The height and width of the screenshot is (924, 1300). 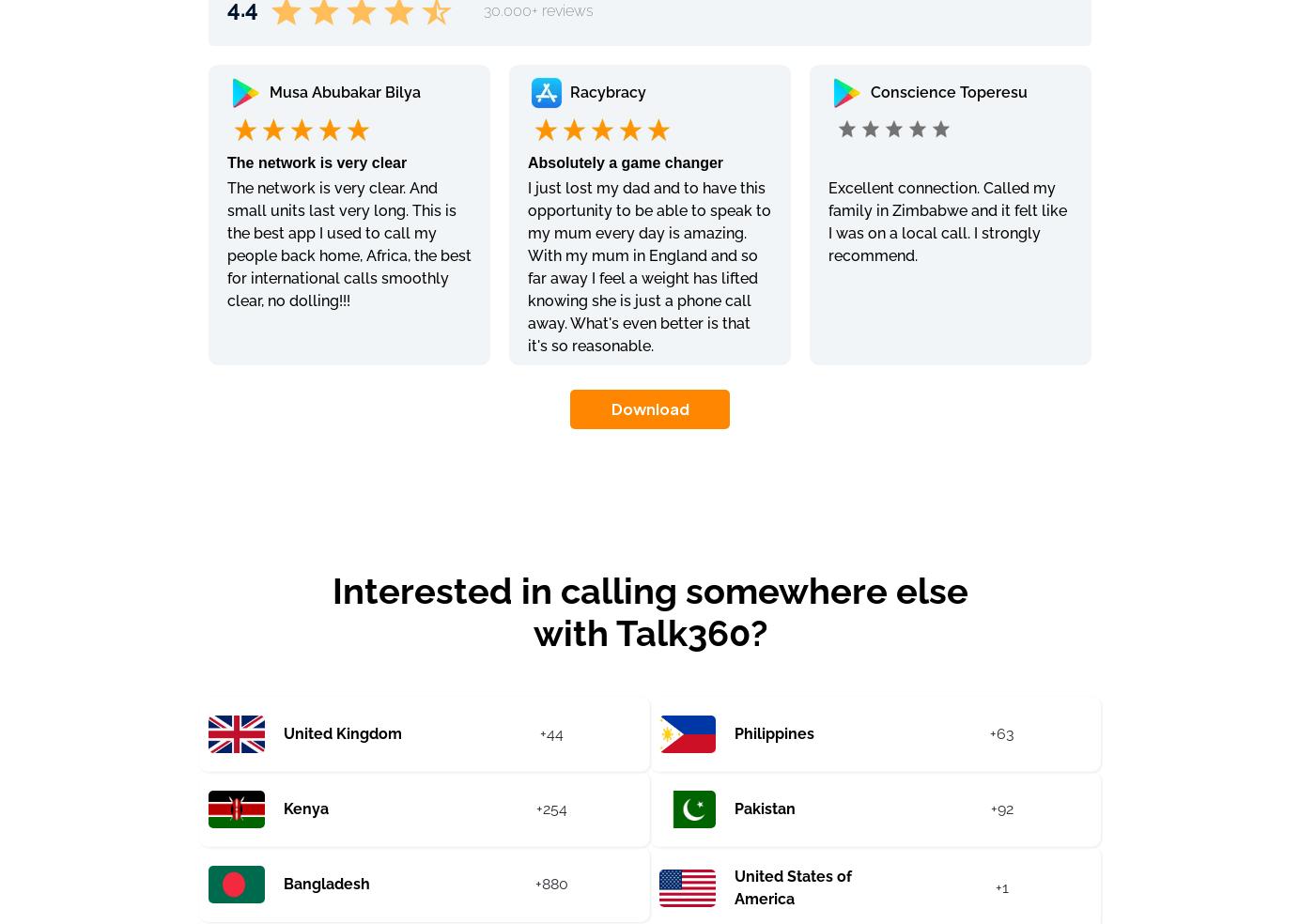 What do you see at coordinates (734, 808) in the screenshot?
I see `'Pakistan'` at bounding box center [734, 808].